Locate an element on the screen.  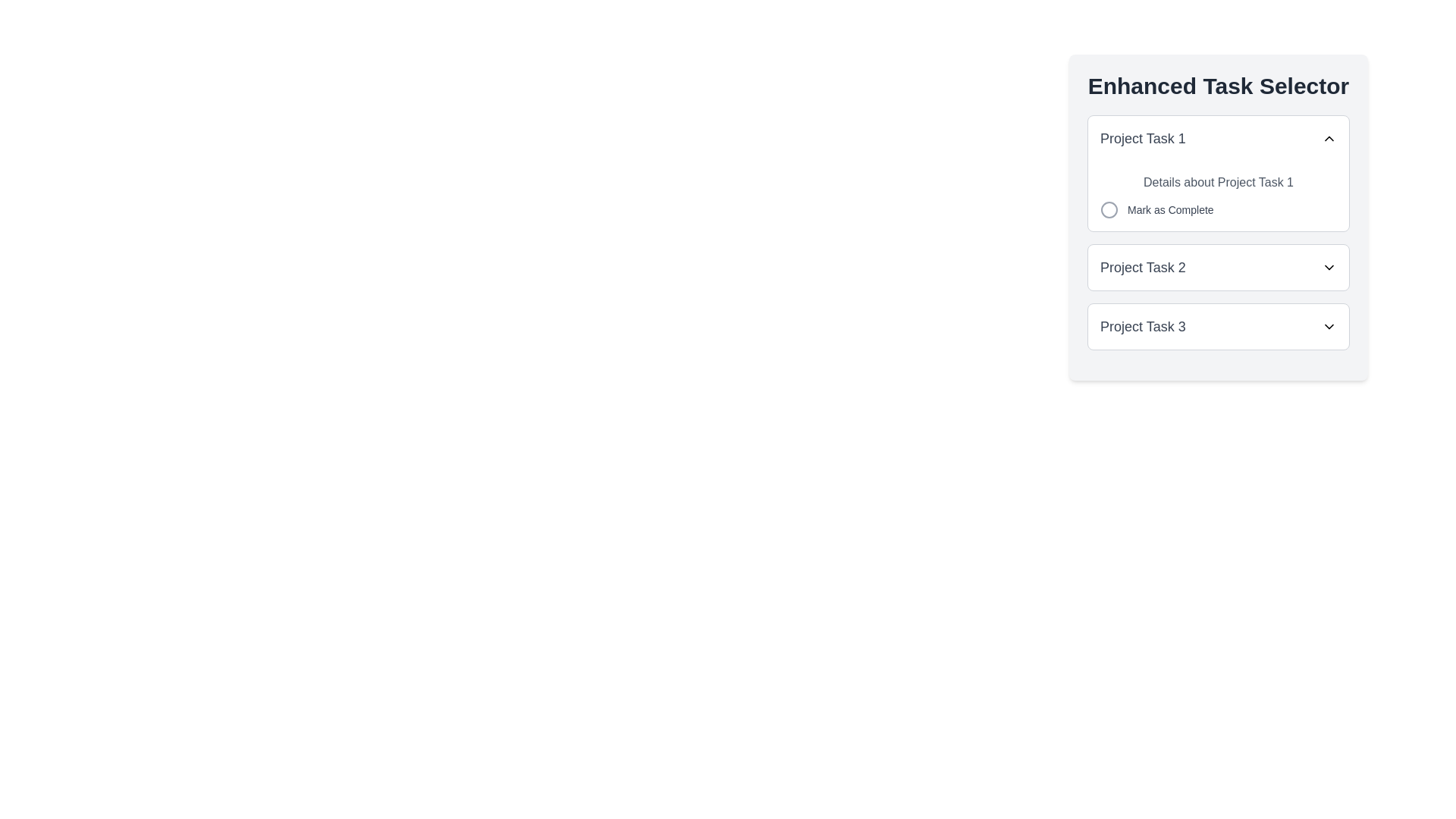
the small, triangular-shaped dropdown toggle icon located to the right of the 'Project Task 3' label is located at coordinates (1328, 326).